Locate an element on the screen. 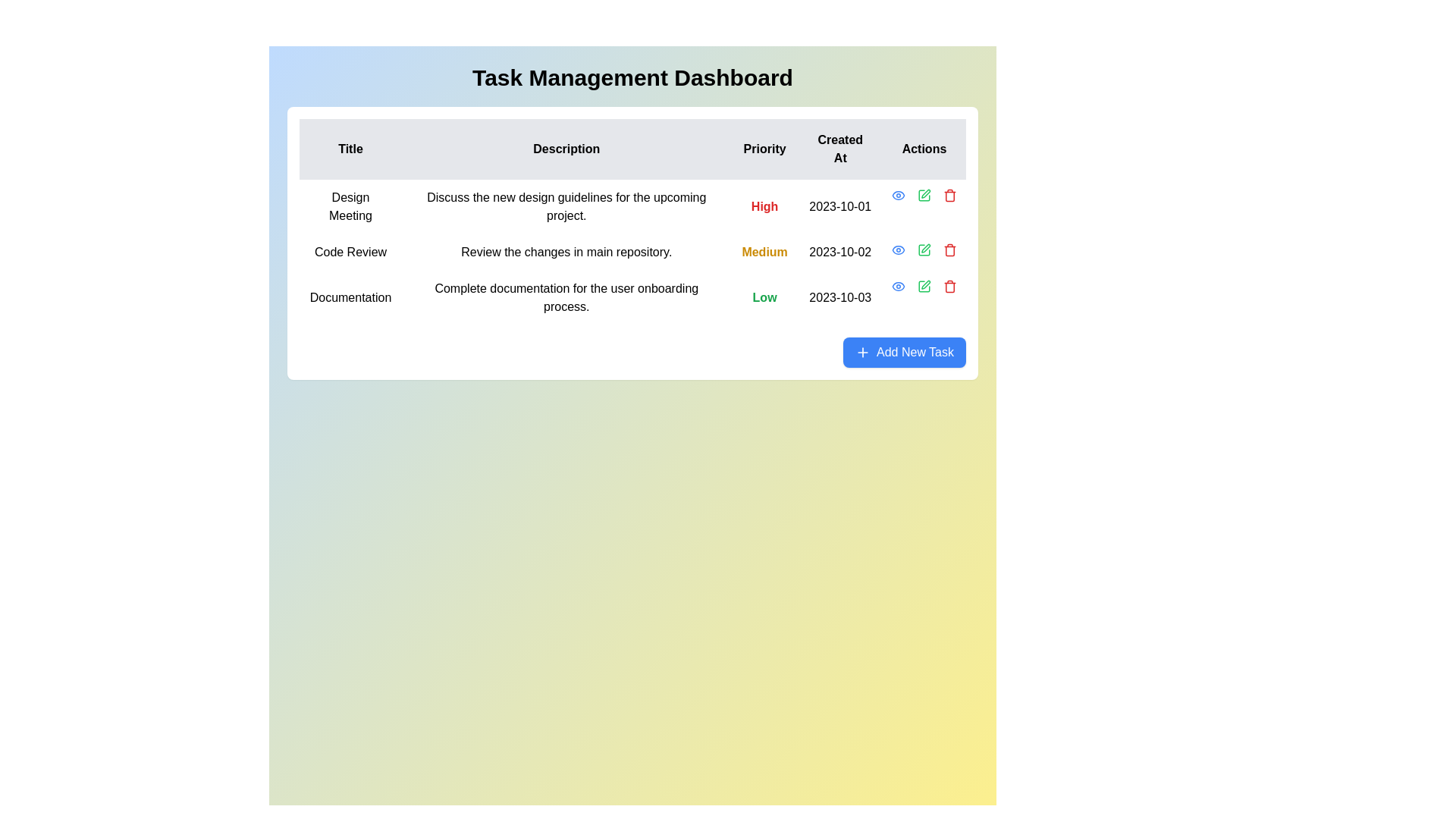 Image resolution: width=1456 pixels, height=819 pixels. the Text Label displaying 'Design Meeting' which is located in the first row under the 'Title' column in the table is located at coordinates (350, 207).